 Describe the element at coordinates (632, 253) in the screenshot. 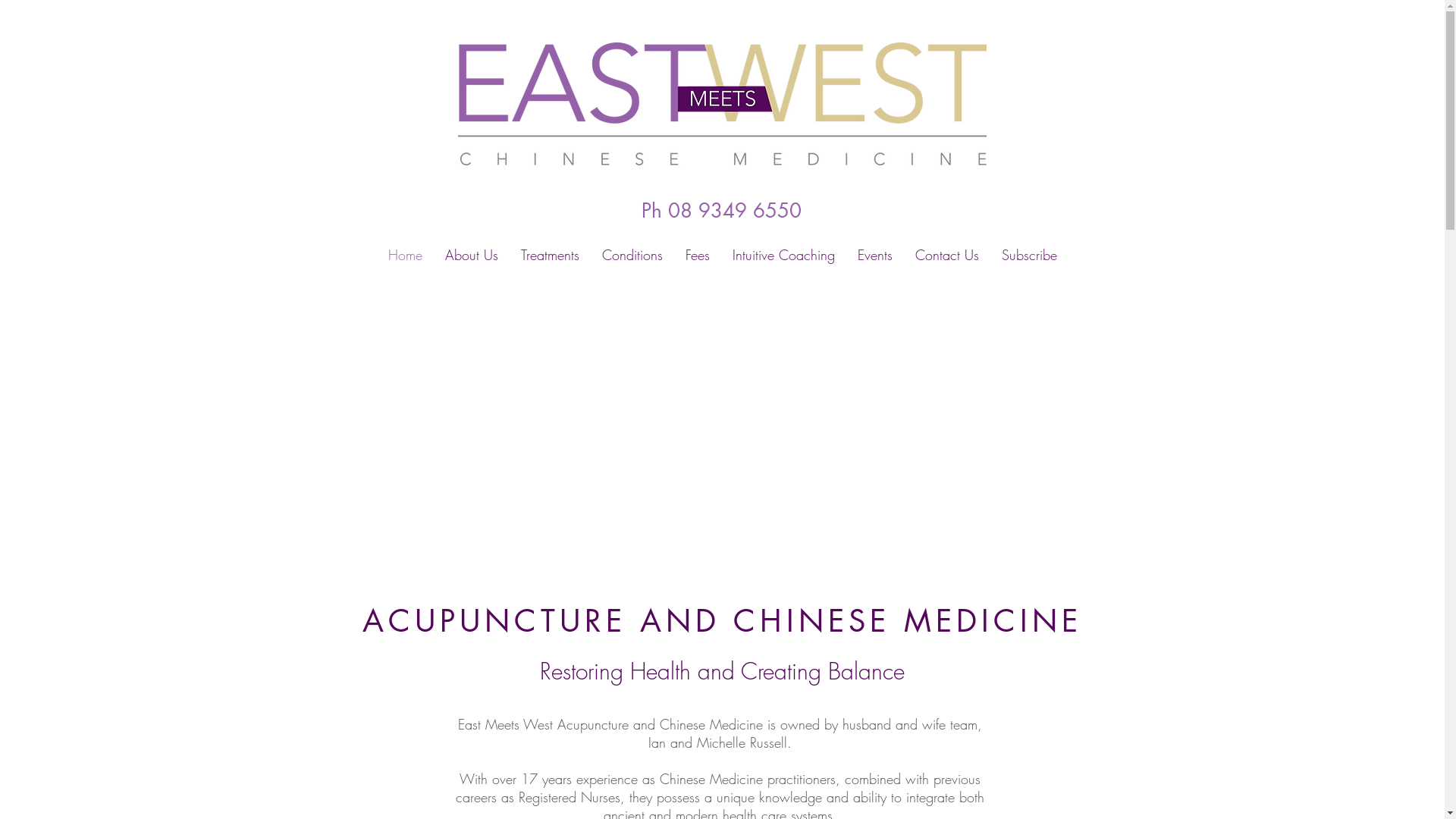

I see `'Conditions'` at that location.